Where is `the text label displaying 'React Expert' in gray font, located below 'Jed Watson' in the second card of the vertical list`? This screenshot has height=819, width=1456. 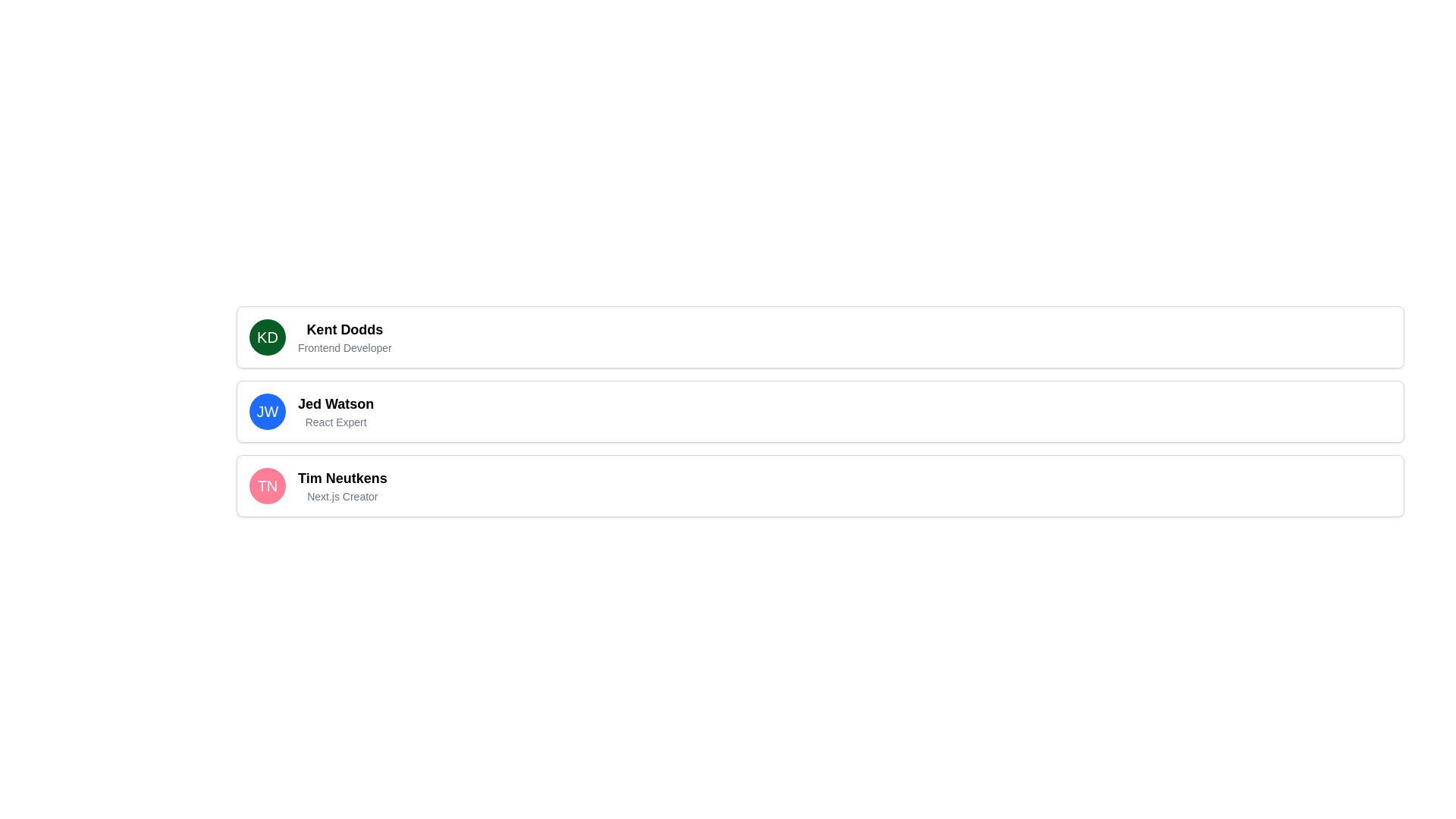 the text label displaying 'React Expert' in gray font, located below 'Jed Watson' in the second card of the vertical list is located at coordinates (335, 422).